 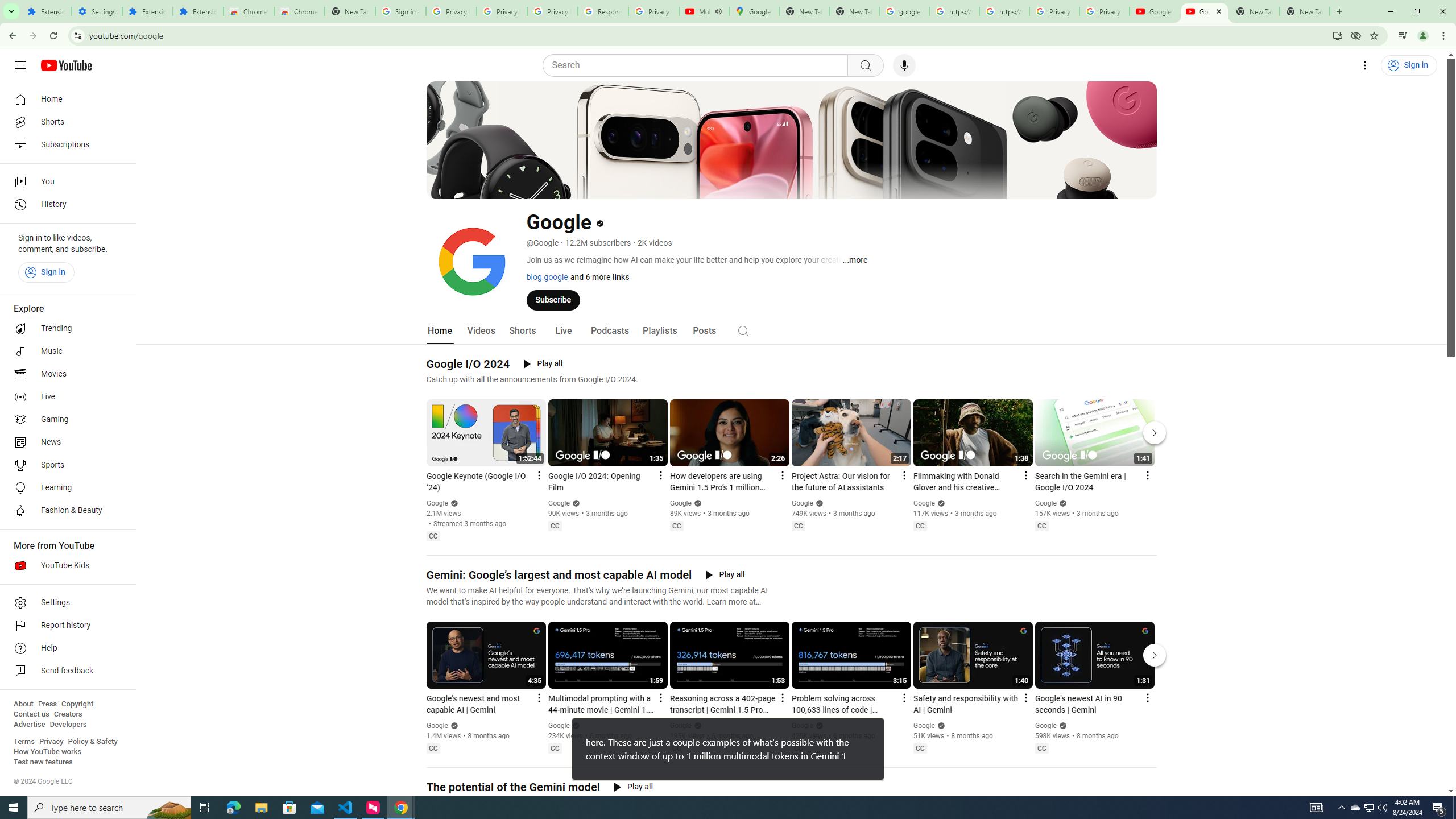 I want to click on 'Extensions', so click(x=197, y=11).